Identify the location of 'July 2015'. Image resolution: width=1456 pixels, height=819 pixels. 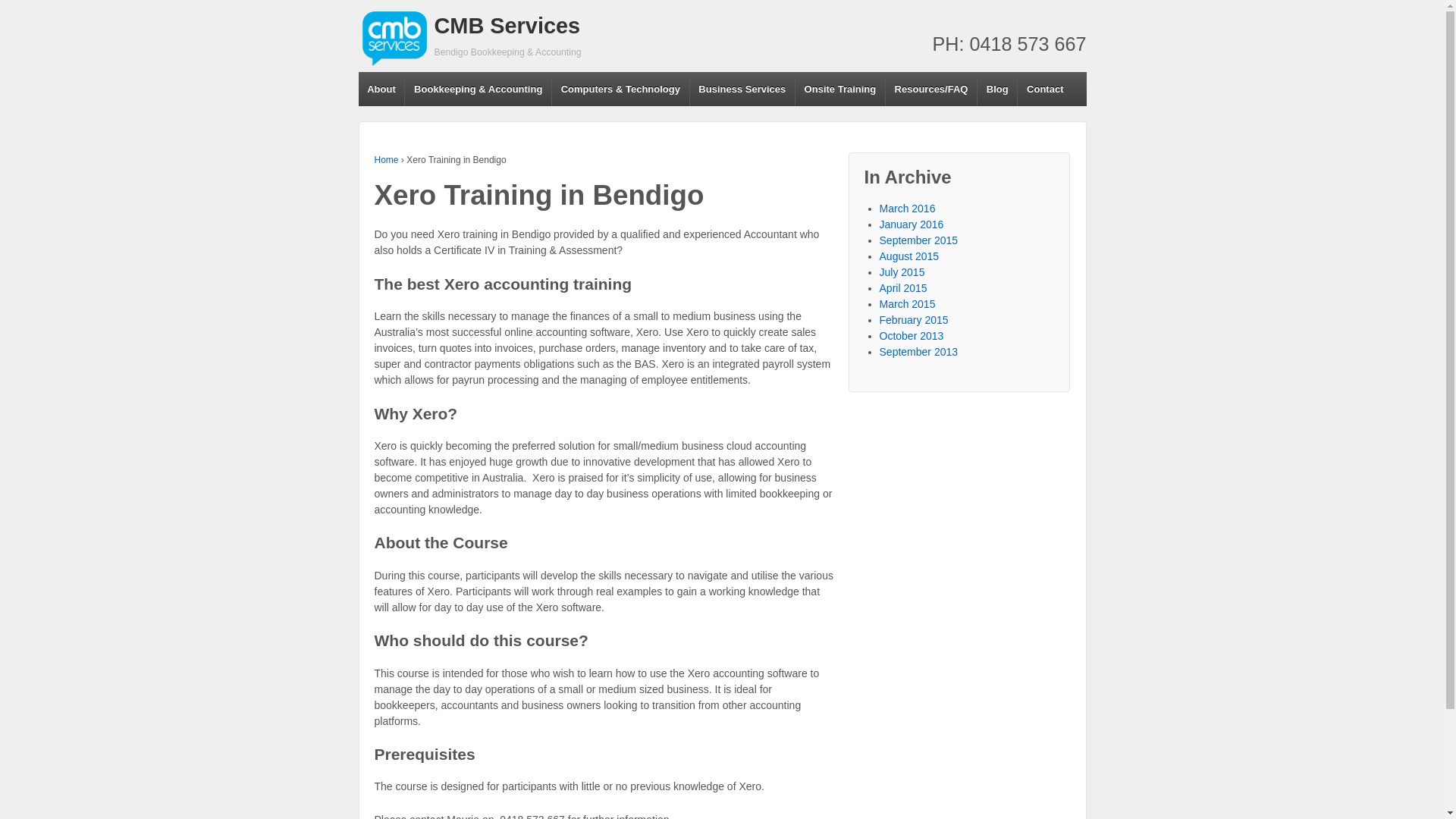
(902, 271).